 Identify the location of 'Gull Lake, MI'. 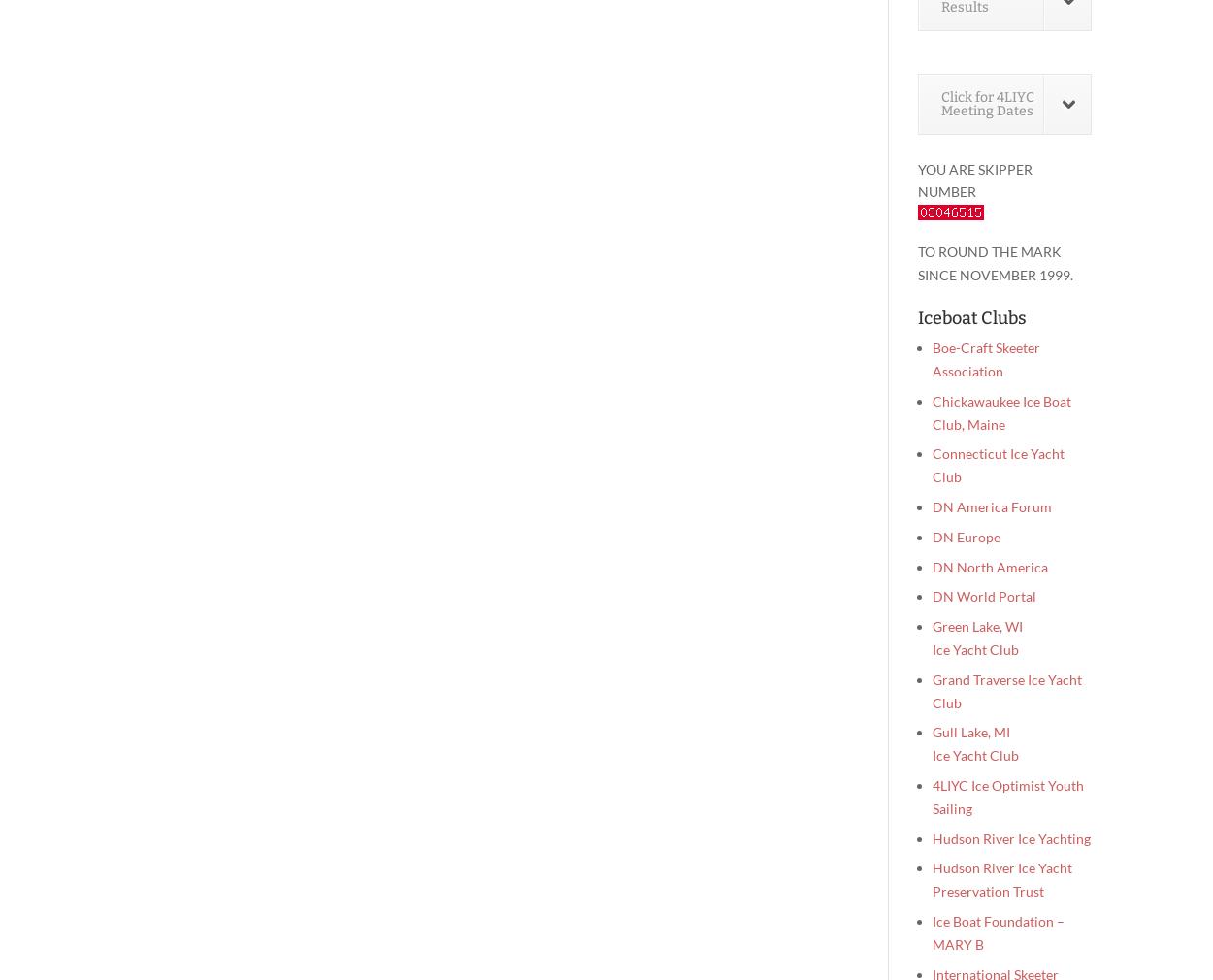
(932, 731).